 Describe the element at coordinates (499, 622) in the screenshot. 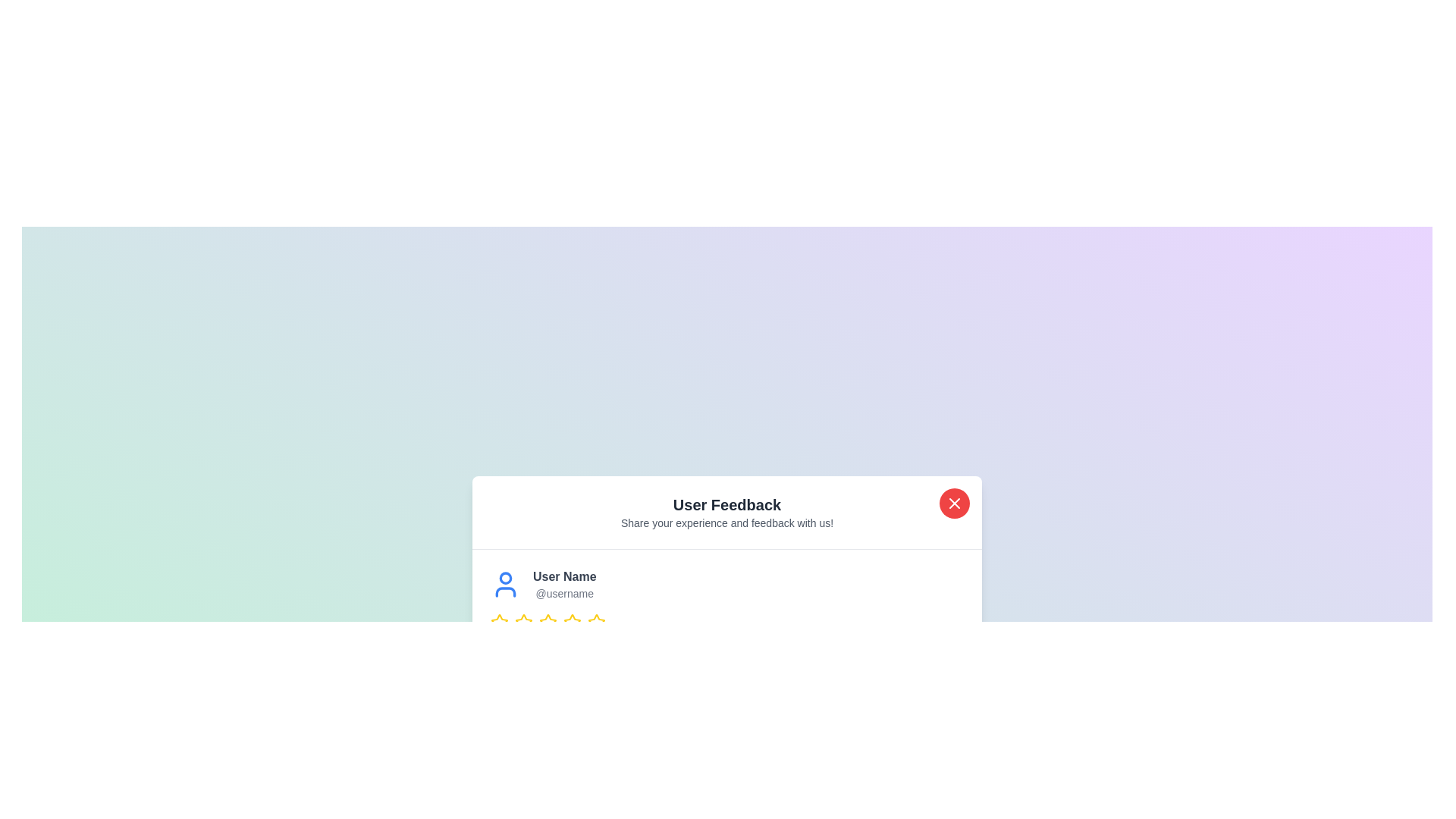

I see `on the first yellow star icon in the rating system` at that location.